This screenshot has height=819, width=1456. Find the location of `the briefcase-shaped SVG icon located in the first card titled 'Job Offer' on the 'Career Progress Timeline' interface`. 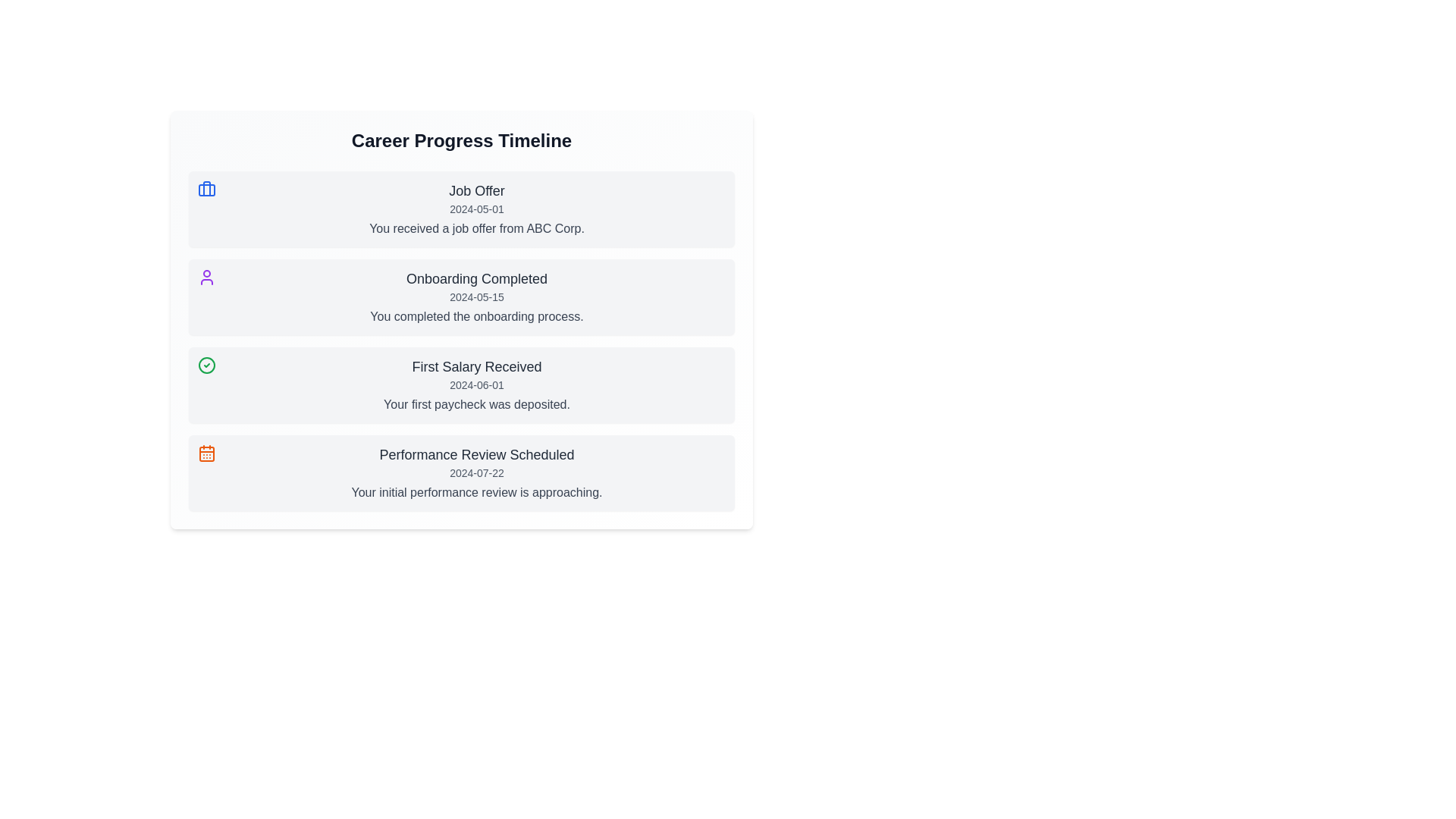

the briefcase-shaped SVG icon located in the first card titled 'Job Offer' on the 'Career Progress Timeline' interface is located at coordinates (206, 189).